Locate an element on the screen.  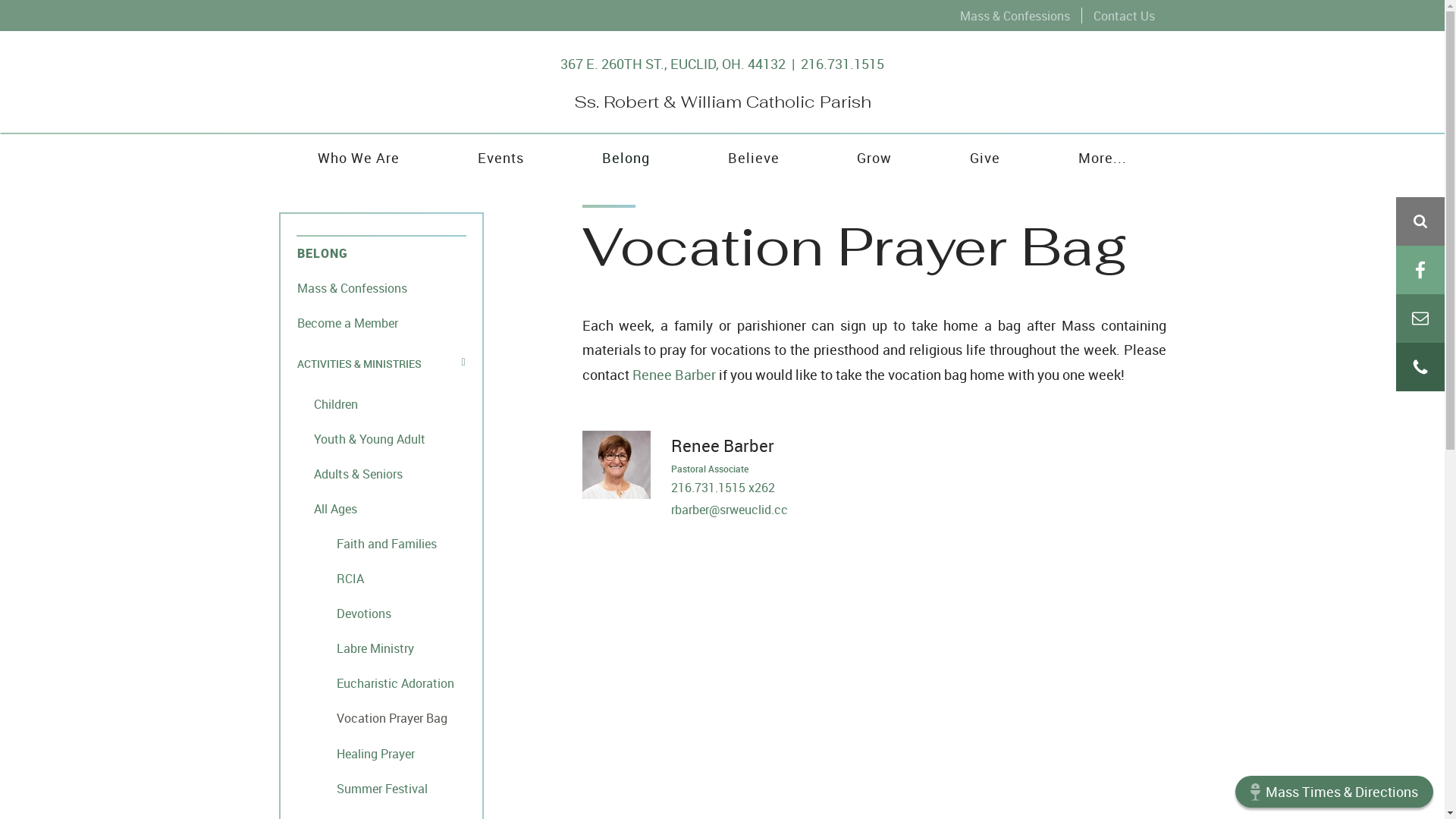
'Phone' is located at coordinates (1419, 366).